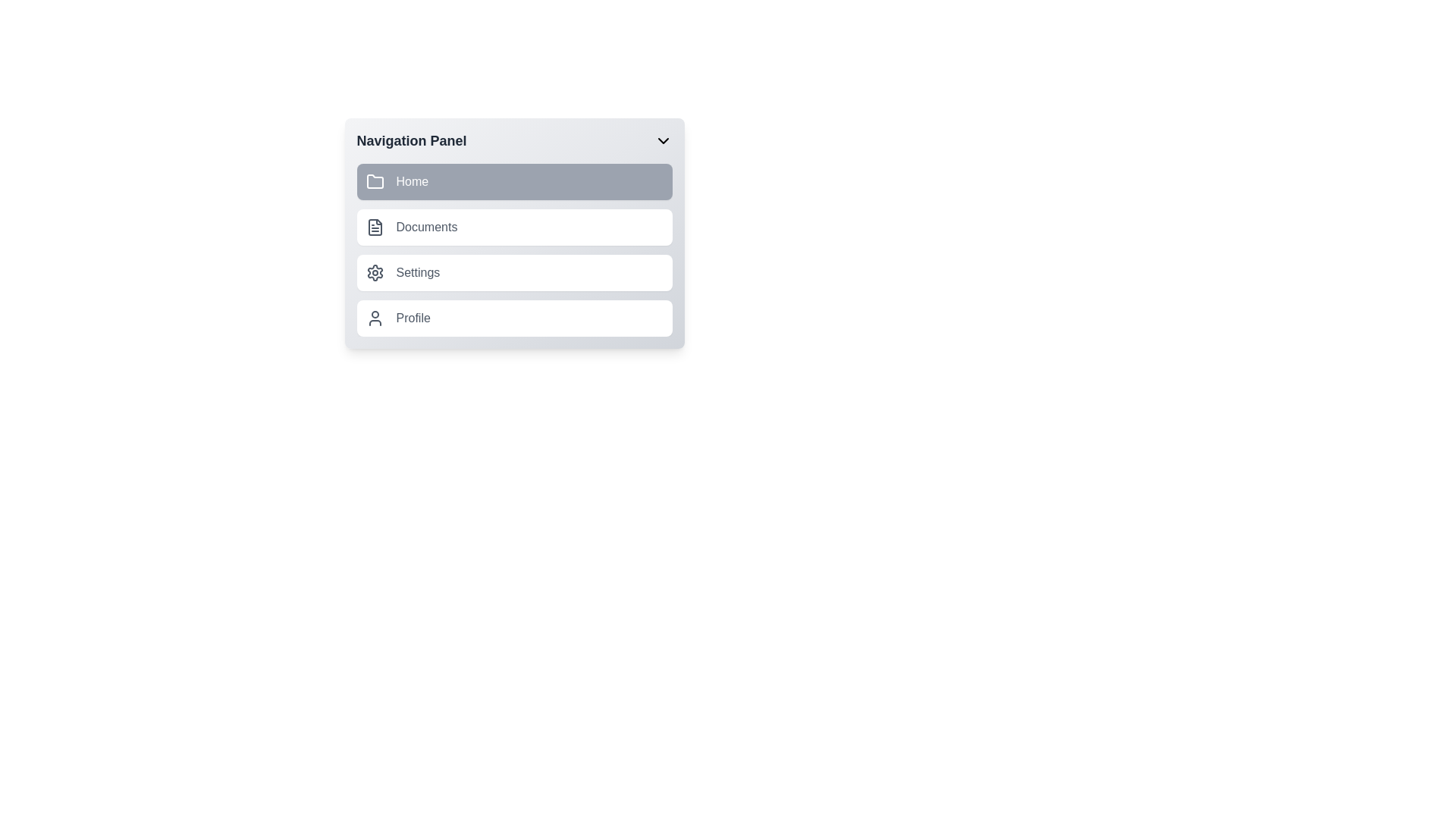 Image resolution: width=1456 pixels, height=819 pixels. I want to click on the user profile icon located in the 'Profile' row of the vertical navigation menu, positioned to the left of the 'Profile' label text, so click(375, 318).